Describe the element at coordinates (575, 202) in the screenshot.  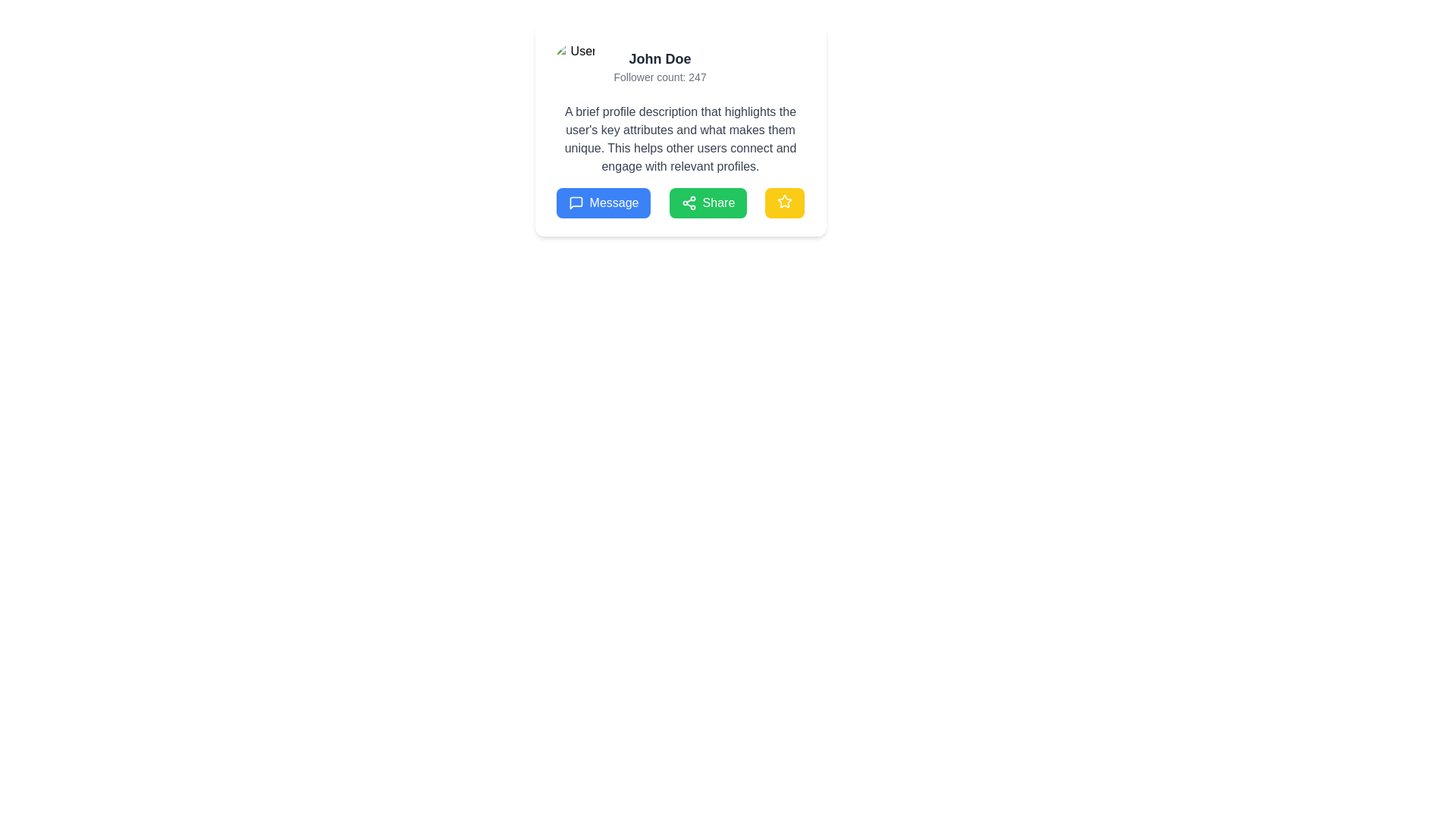
I see `the blue rectangular 'Message' button that contains the chat bubble icon, which is the first icon from the left in the row of action buttons` at that location.